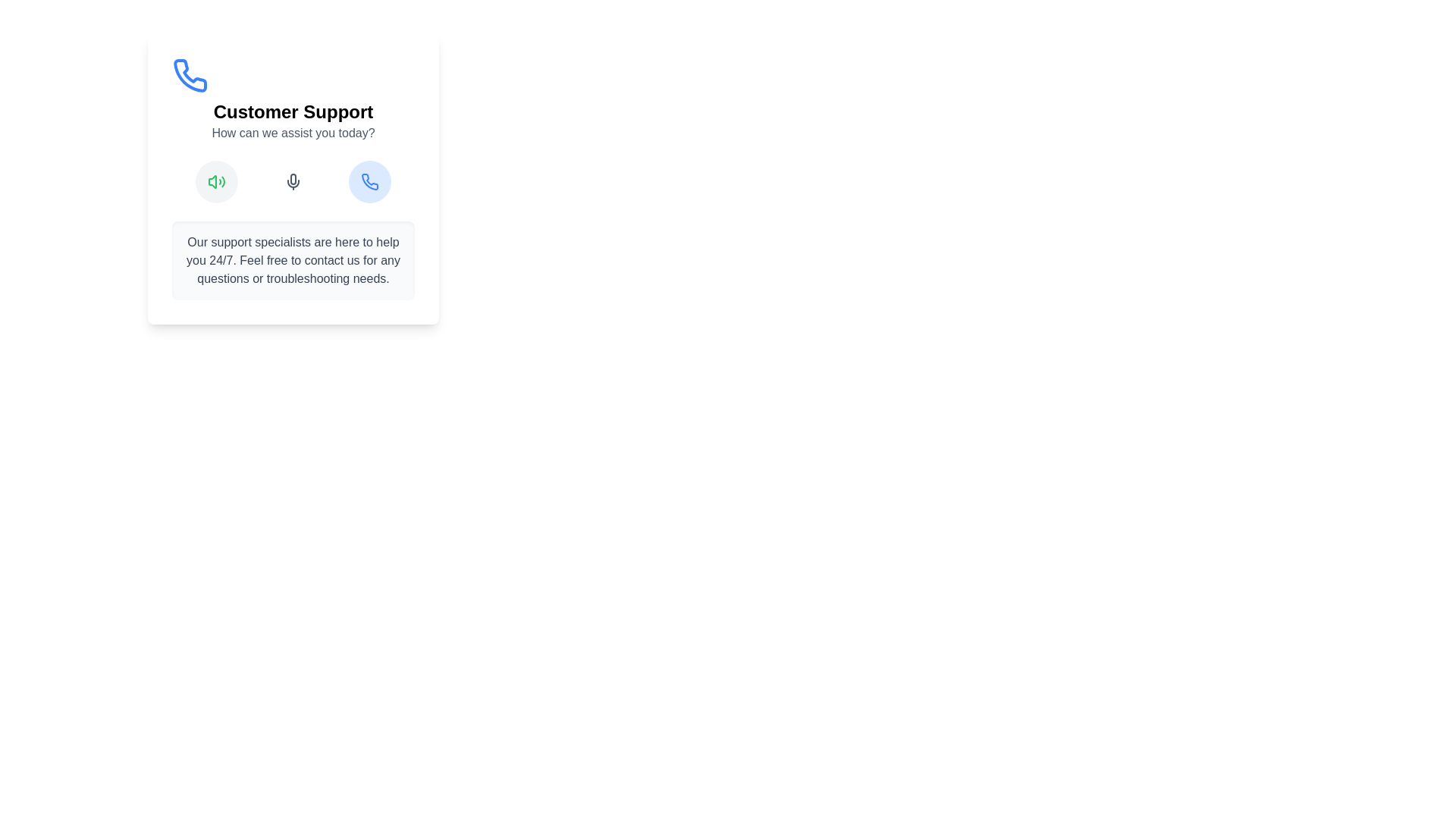 This screenshot has height=819, width=1456. What do you see at coordinates (370, 180) in the screenshot?
I see `the blue SVG phone icon located at the top-left corner of the 'Customer Support' card, positioned above the text 'Customer Support'` at bounding box center [370, 180].